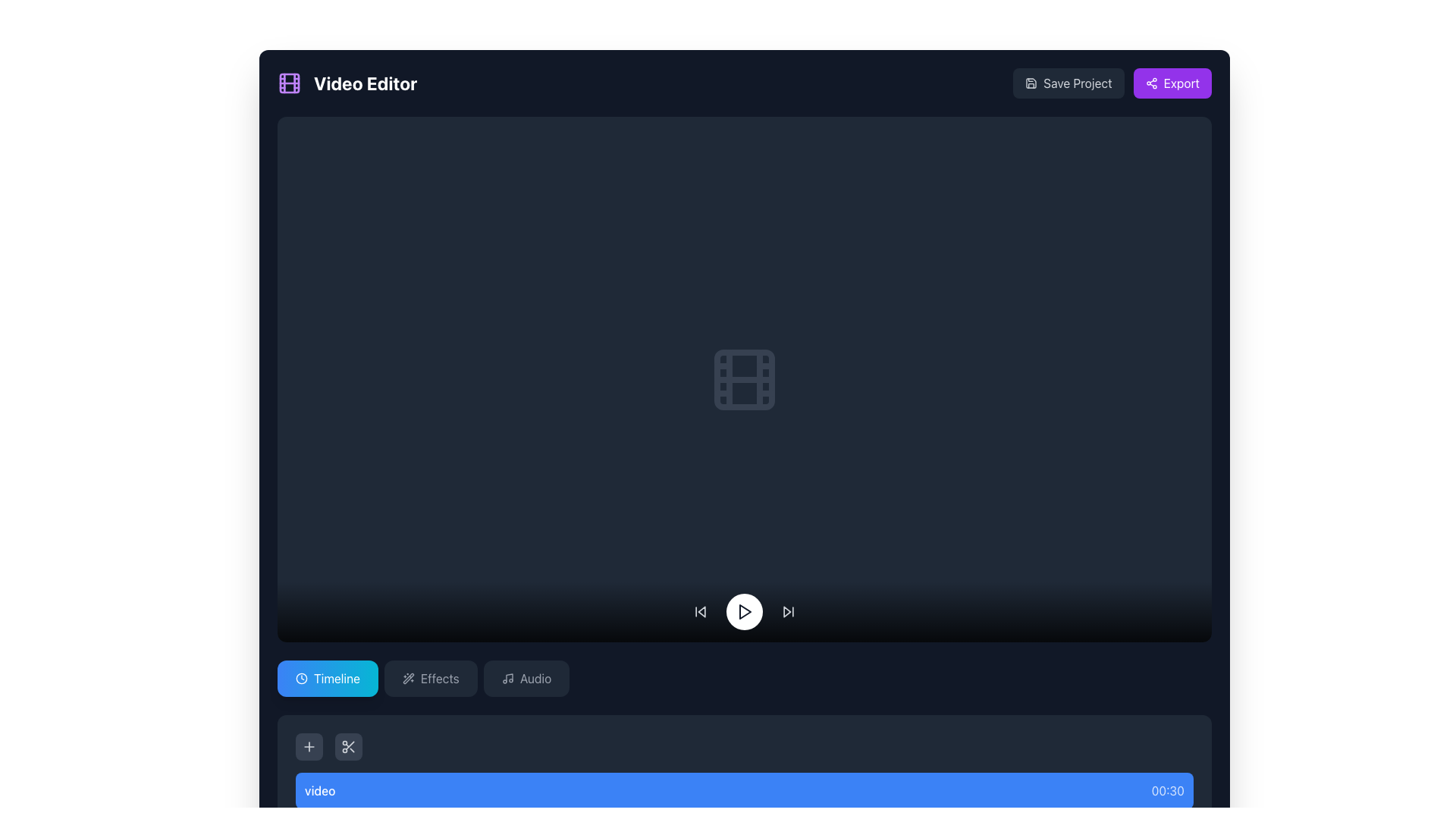 This screenshot has width=1456, height=819. What do you see at coordinates (701, 610) in the screenshot?
I see `the triangular shaped graphical icon that is part of the skip-backward button, located in the media control bar at the bottom center of the interface` at bounding box center [701, 610].